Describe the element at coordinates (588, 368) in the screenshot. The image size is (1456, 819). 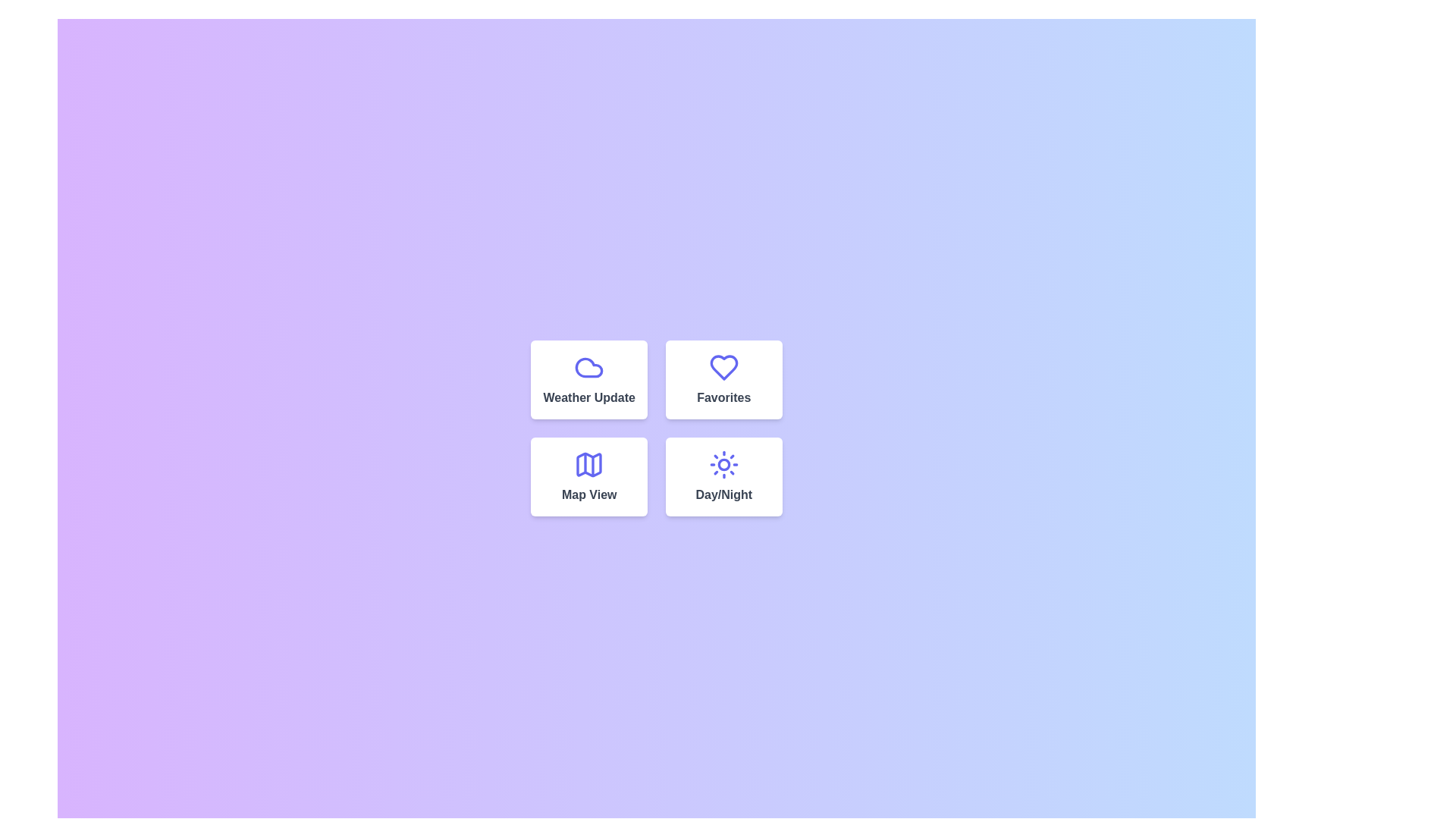
I see `the cloud icon representing the 'Weather Update' option located in the top-left panel of the grid layout` at that location.